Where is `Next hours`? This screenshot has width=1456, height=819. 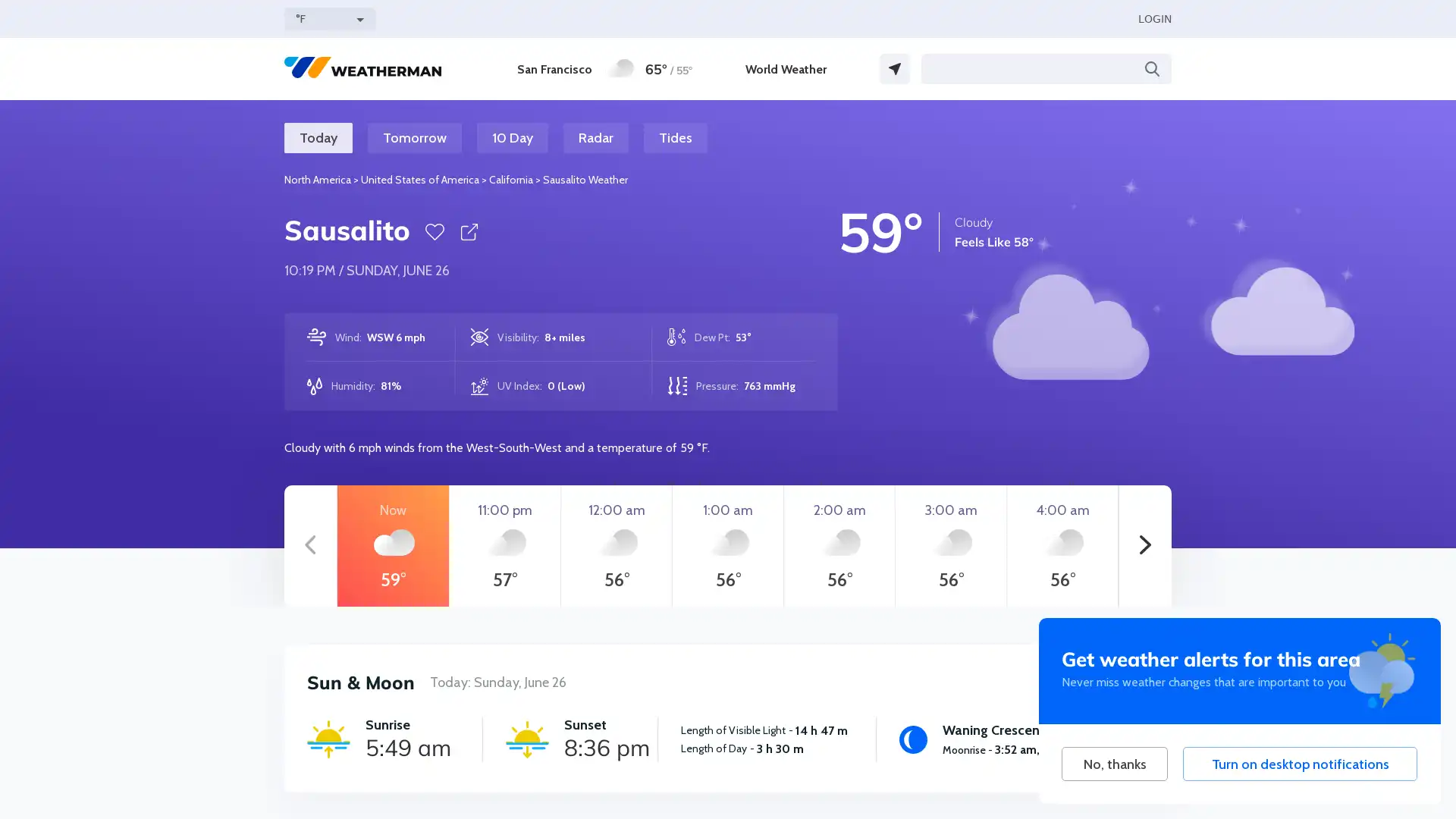 Next hours is located at coordinates (1145, 546).